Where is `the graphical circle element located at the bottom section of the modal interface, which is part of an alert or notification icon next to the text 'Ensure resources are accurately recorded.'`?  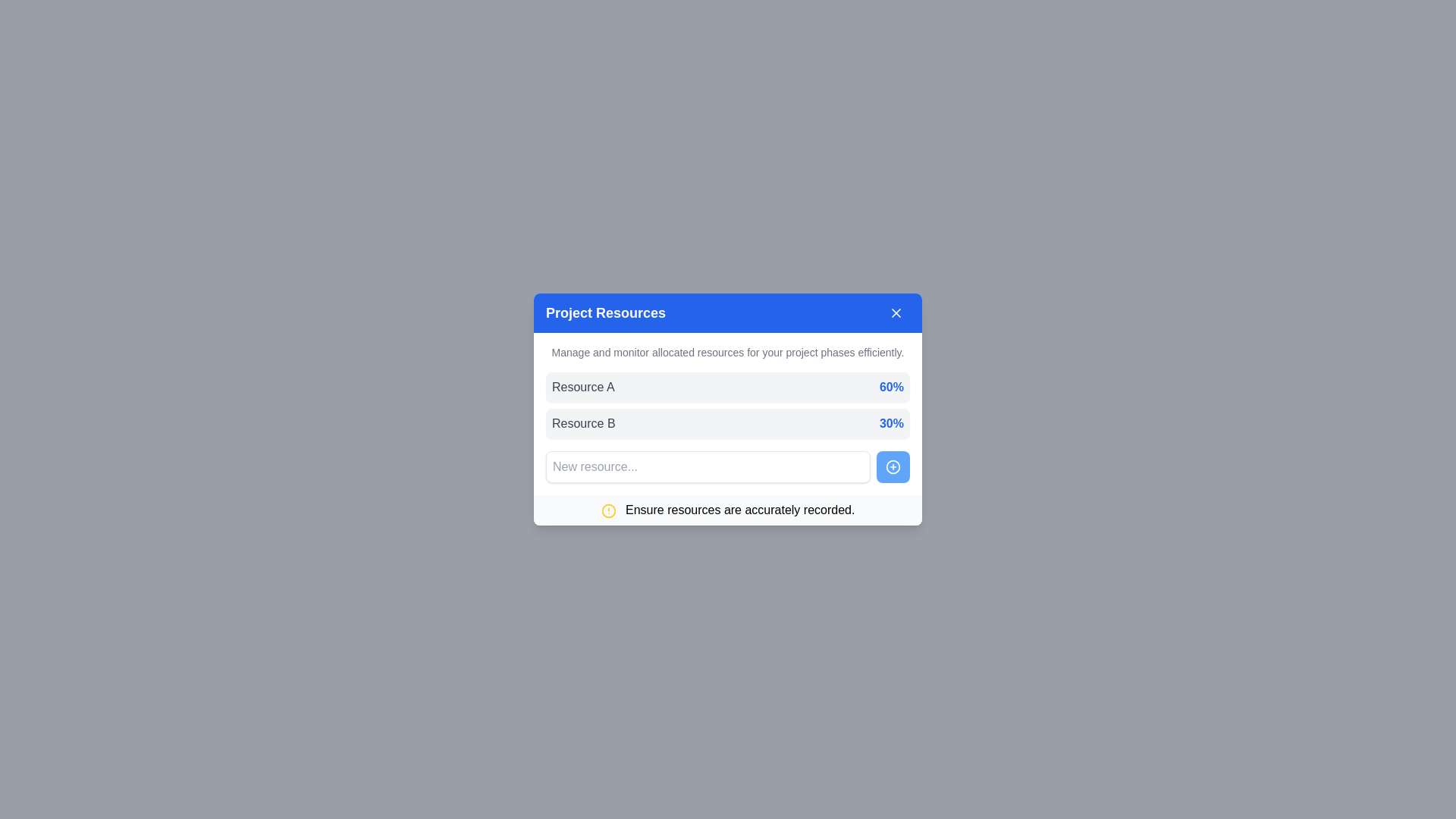
the graphical circle element located at the bottom section of the modal interface, which is part of an alert or notification icon next to the text 'Ensure resources are accurately recorded.' is located at coordinates (608, 510).